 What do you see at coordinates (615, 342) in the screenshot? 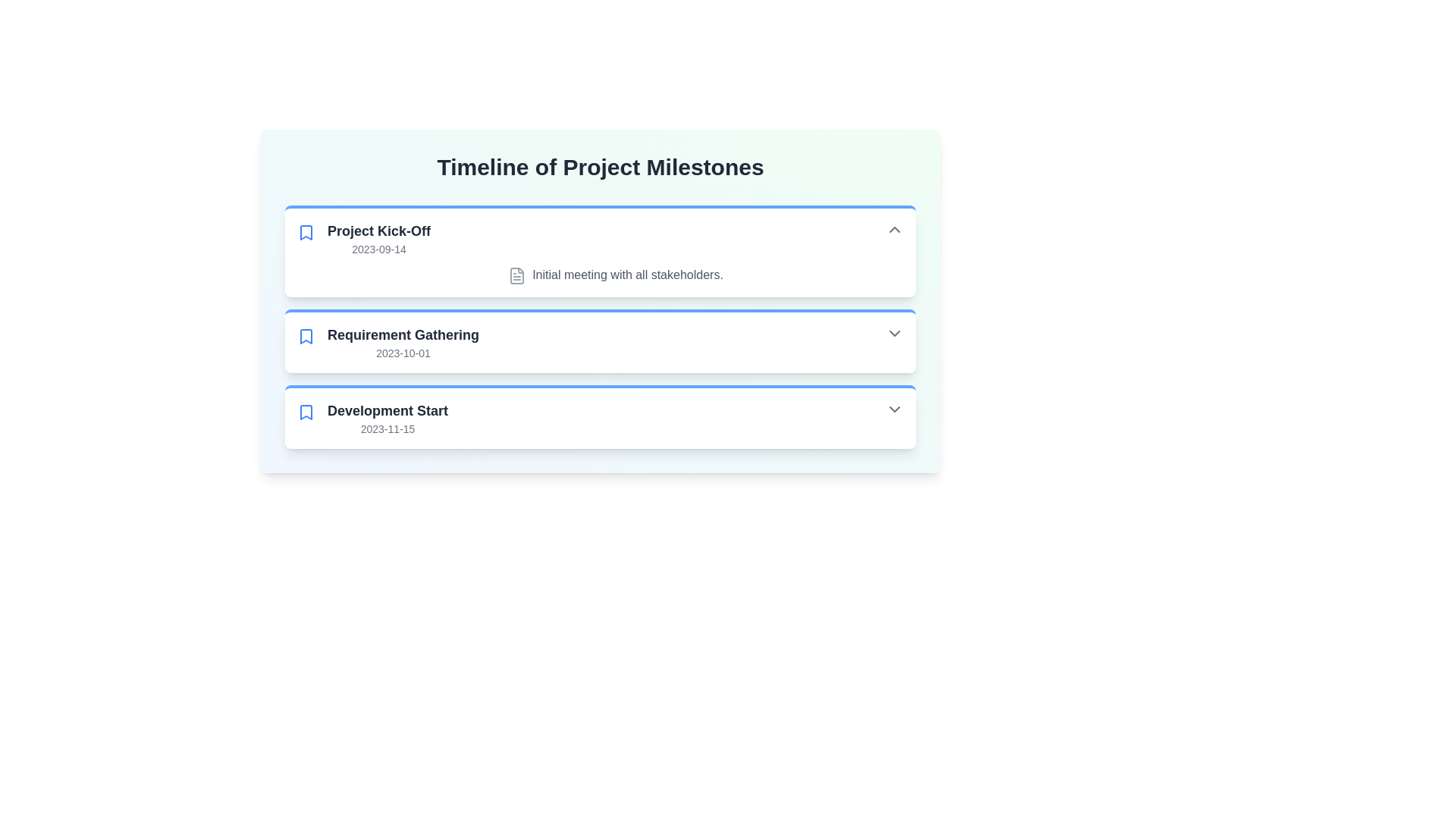
I see `displayed milestone information for the 'Requirement Gathering' section in the collapsible list, which includes the title styled in bold dark gray and the date '2023-10-01' in light gray` at bounding box center [615, 342].